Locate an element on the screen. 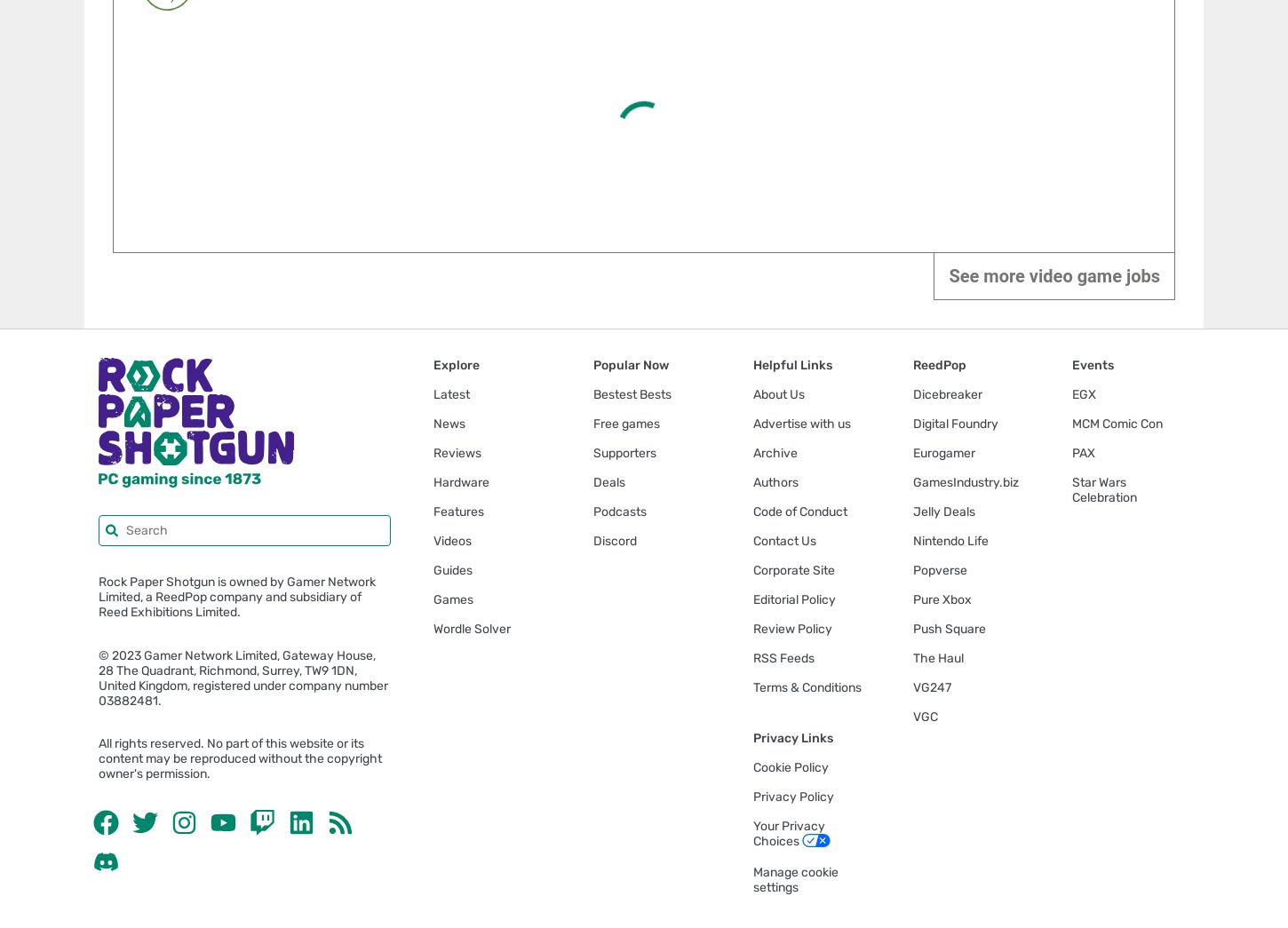  'Manage cookie settings' is located at coordinates (793, 879).